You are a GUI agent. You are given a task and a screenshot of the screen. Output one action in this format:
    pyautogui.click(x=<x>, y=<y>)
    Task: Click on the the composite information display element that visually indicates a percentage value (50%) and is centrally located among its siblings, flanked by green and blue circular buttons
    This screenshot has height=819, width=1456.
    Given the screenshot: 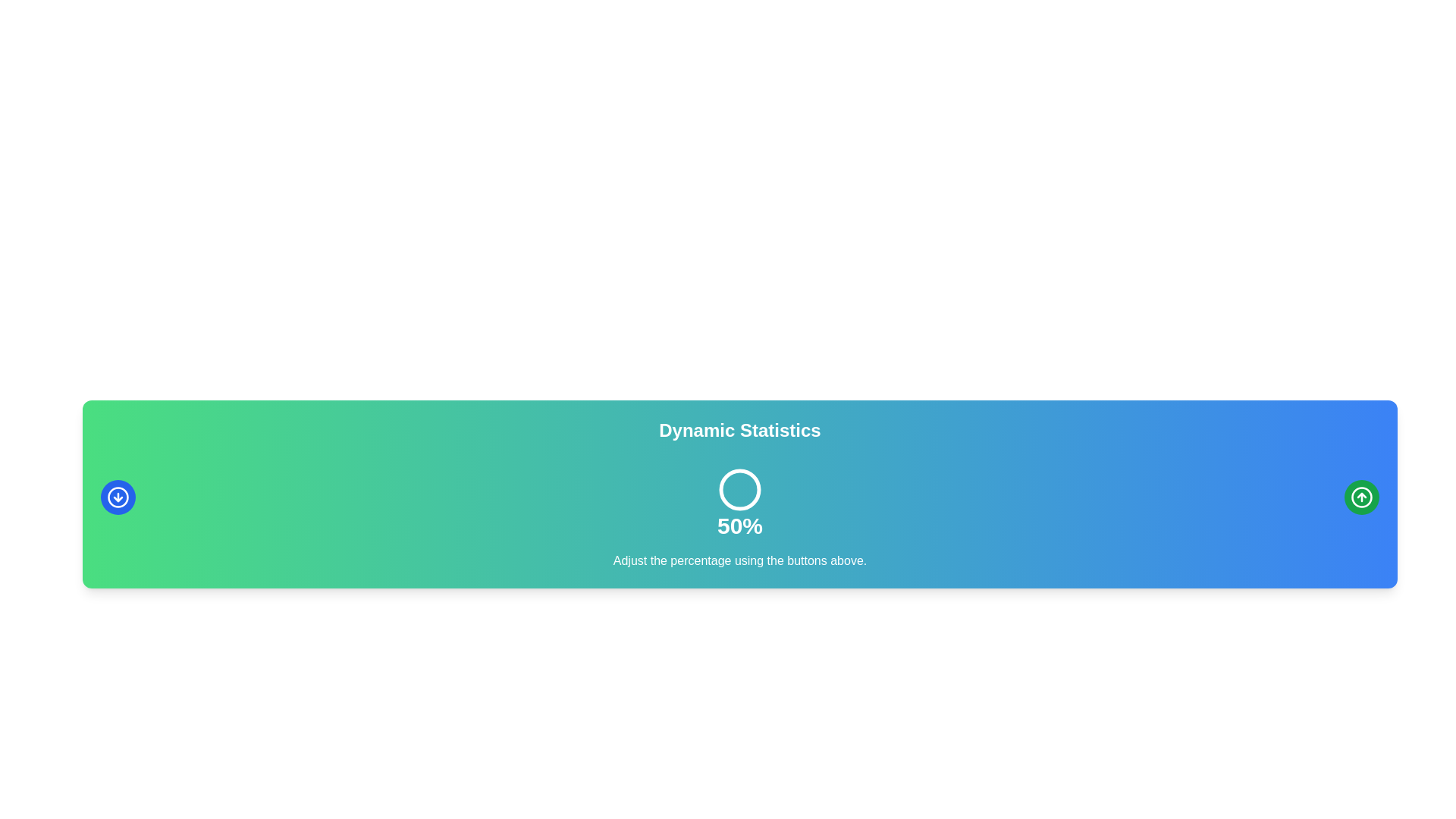 What is the action you would take?
    pyautogui.click(x=739, y=497)
    